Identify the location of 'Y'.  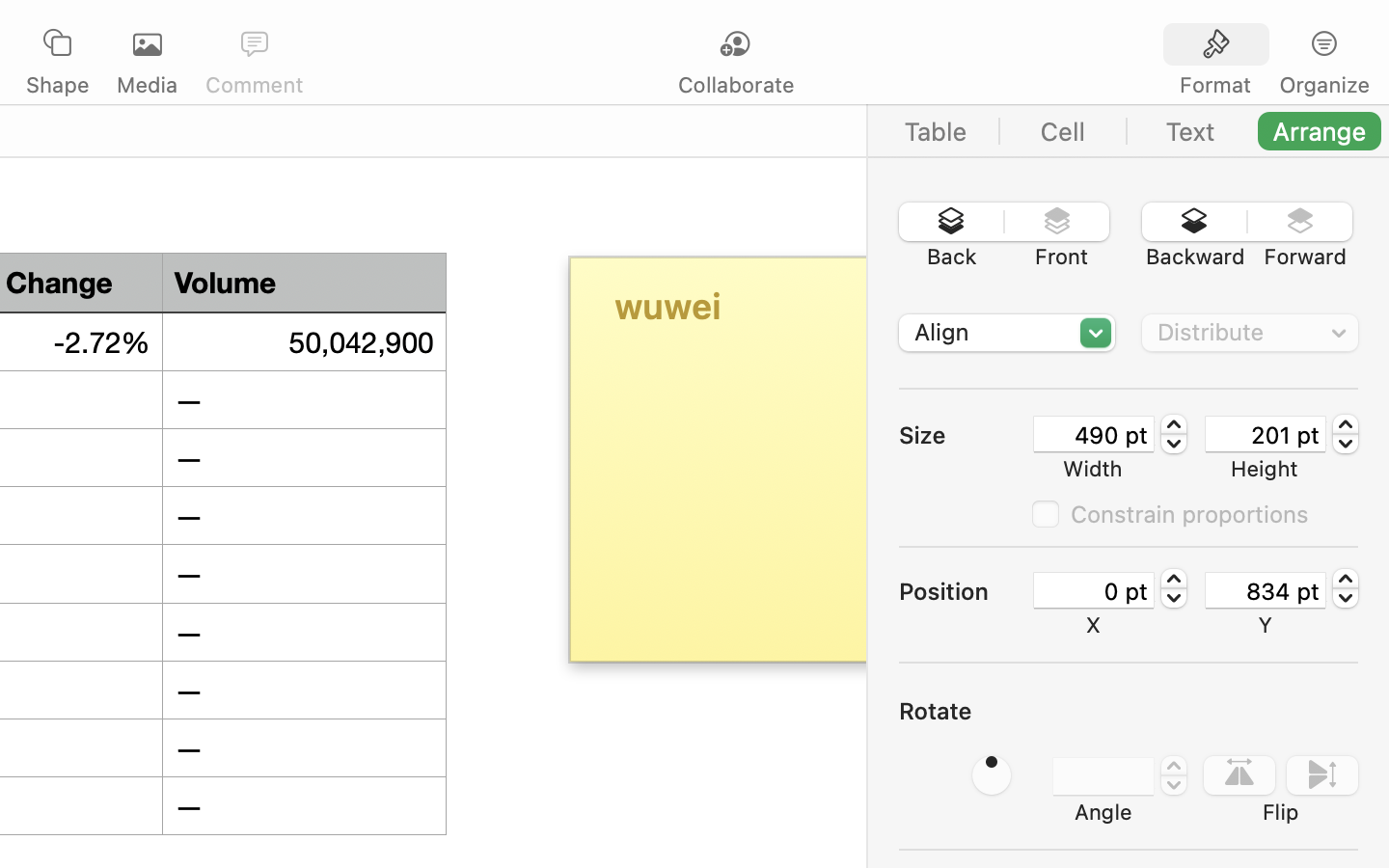
(1265, 625).